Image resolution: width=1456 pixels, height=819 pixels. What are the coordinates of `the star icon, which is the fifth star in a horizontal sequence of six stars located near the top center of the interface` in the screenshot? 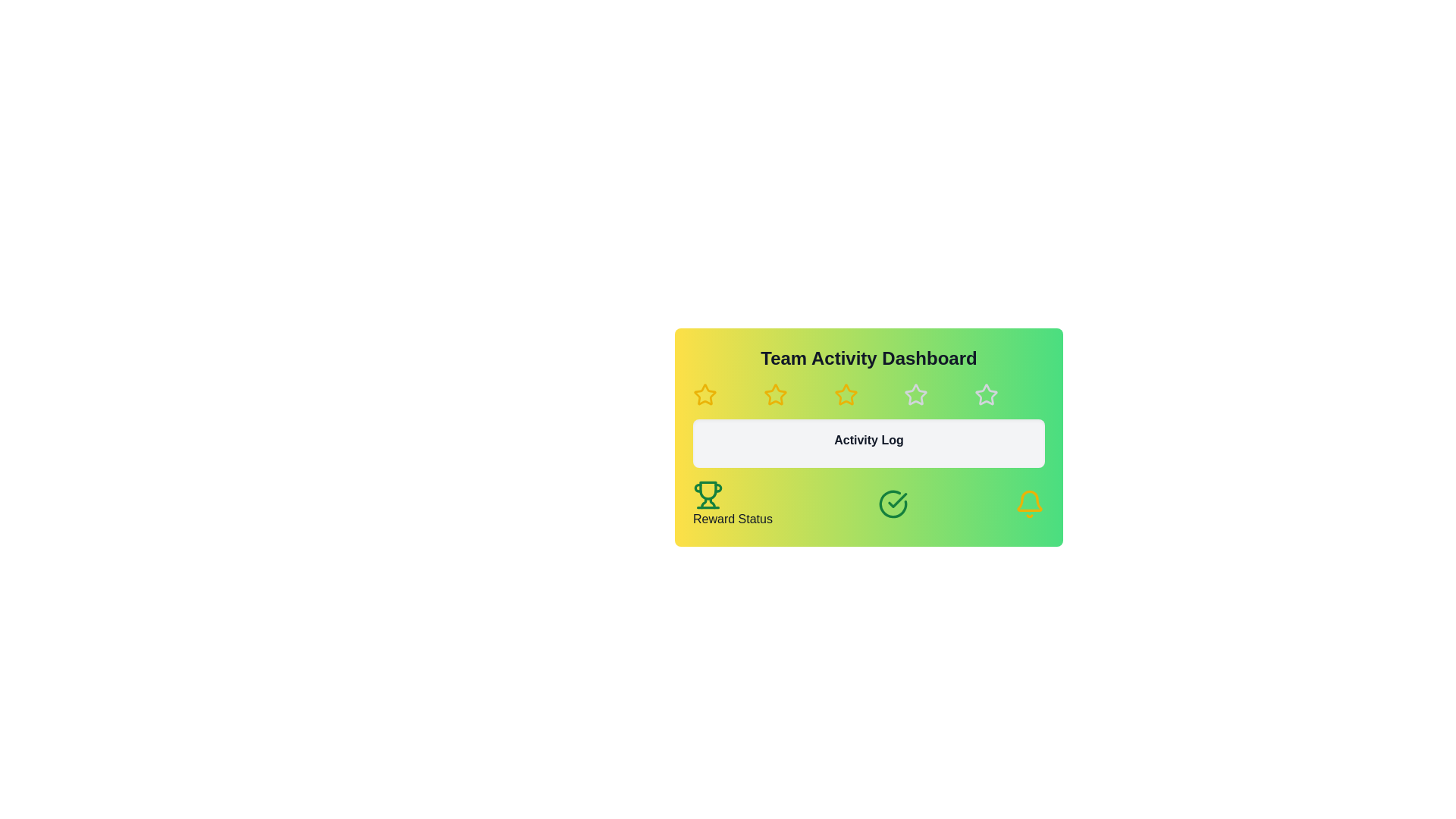 It's located at (987, 394).